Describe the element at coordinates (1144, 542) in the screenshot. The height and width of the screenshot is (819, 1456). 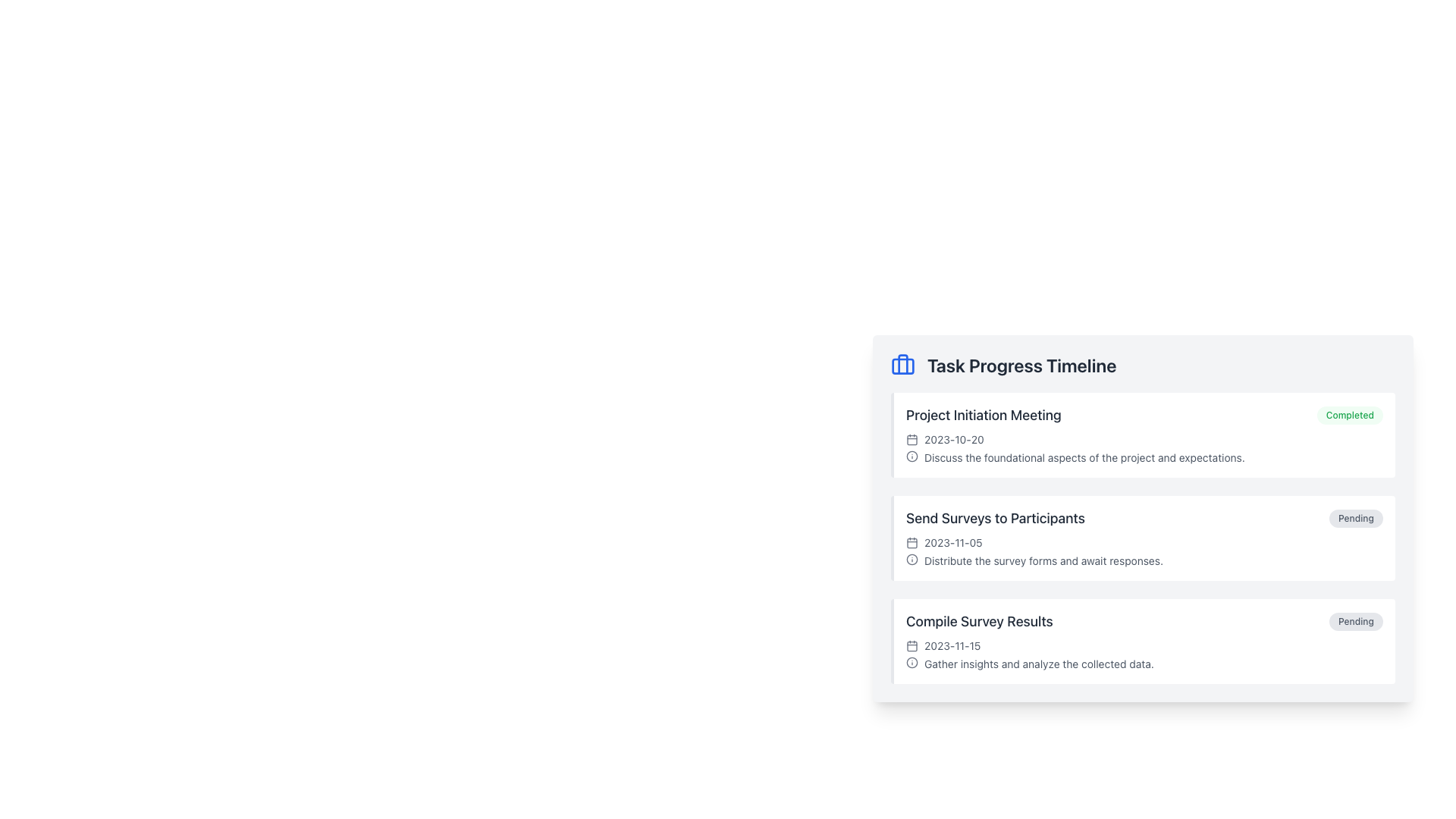
I see `the date display element located in the second task block labeled 'Send Surveys to Participants' in the 'Task Progress Timeline' section, positioned below the task title and above the task description` at that location.